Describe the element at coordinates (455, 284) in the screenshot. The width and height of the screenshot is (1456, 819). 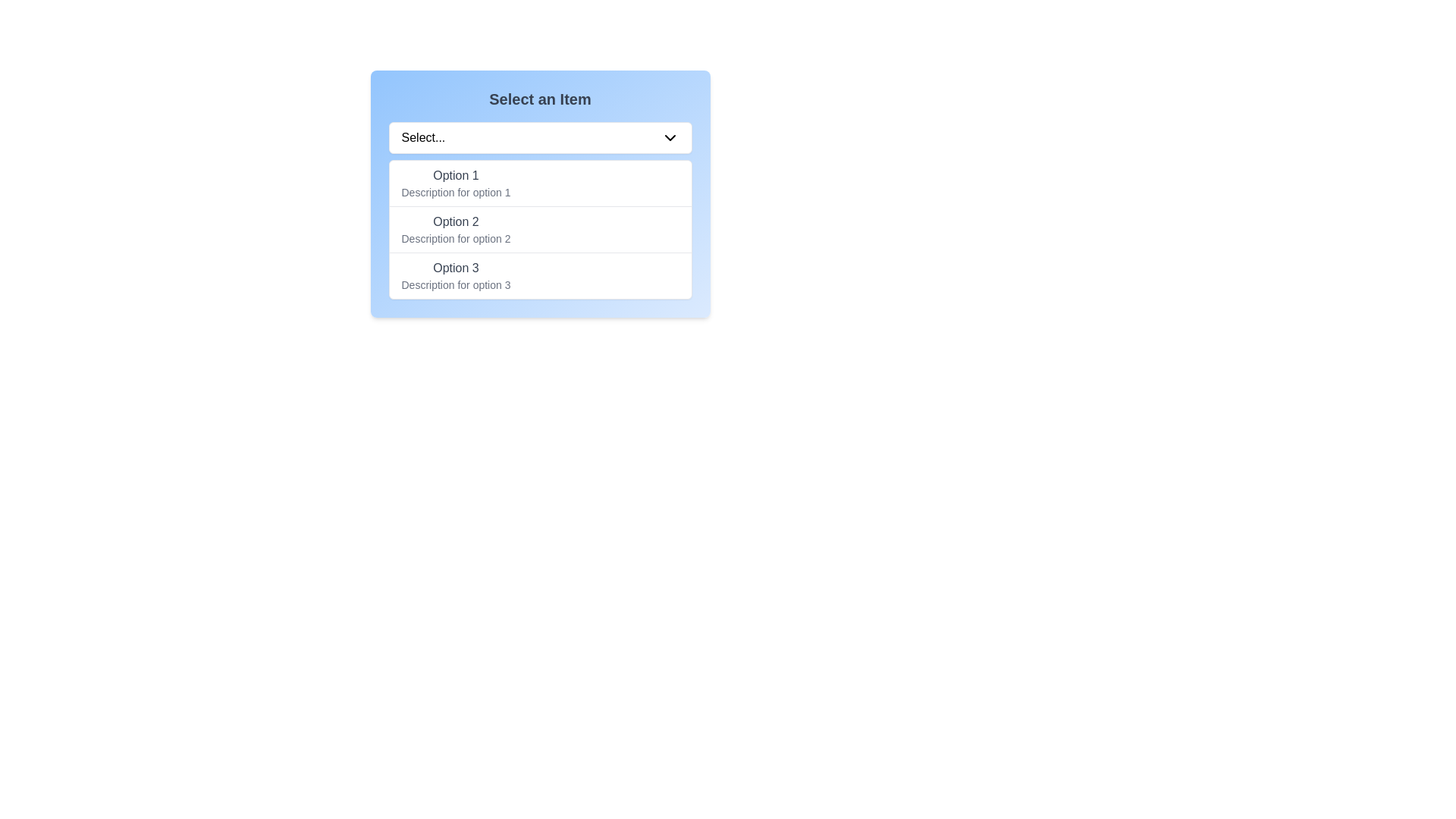
I see `descriptive text label located directly beneath 'Option 3' in the dropdown options list, which provides additional information about the third option` at that location.